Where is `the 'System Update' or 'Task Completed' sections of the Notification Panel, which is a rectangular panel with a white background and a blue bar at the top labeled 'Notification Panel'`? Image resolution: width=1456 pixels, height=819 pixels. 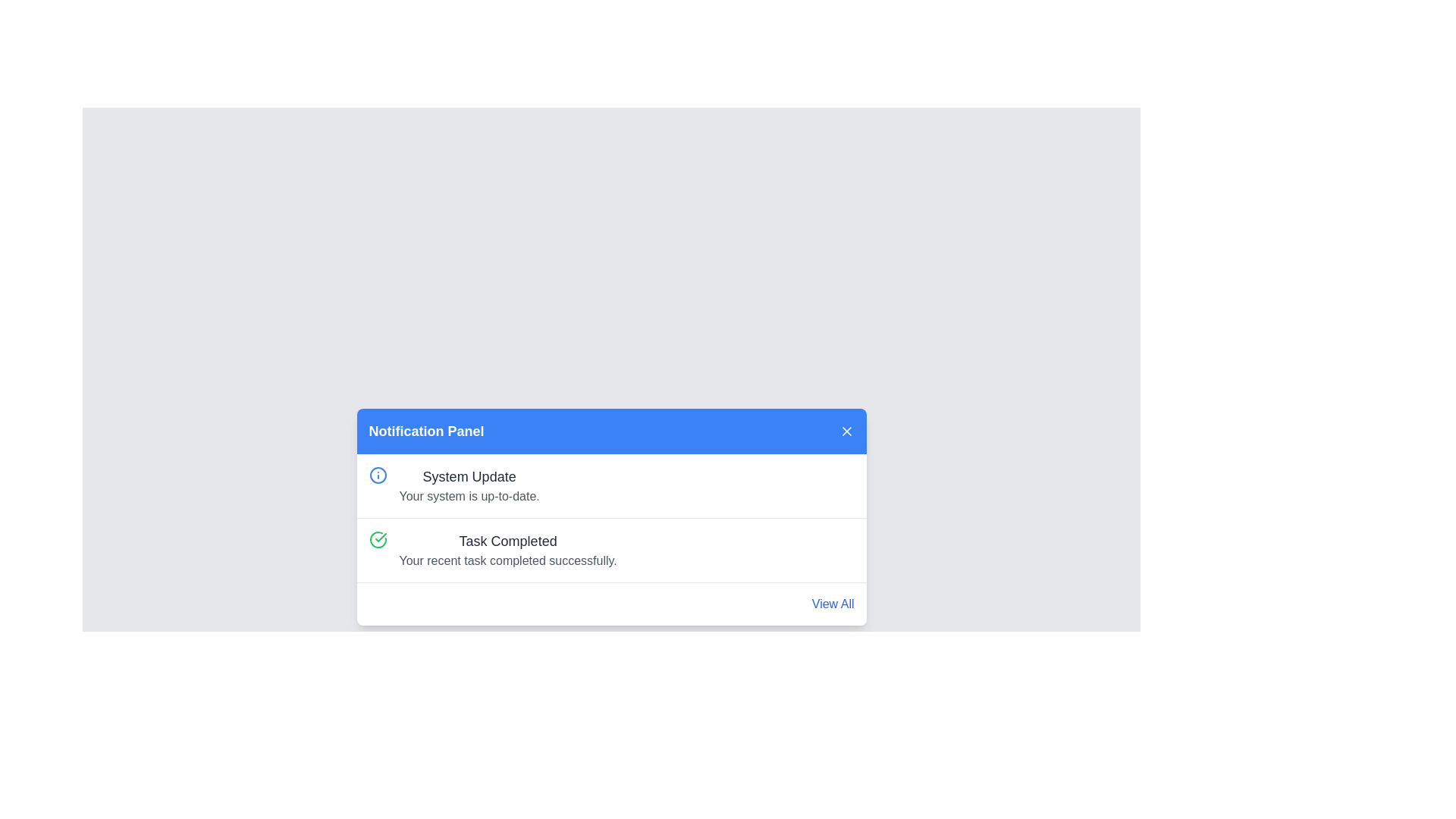 the 'System Update' or 'Task Completed' sections of the Notification Panel, which is a rectangular panel with a white background and a blue bar at the top labeled 'Notification Panel' is located at coordinates (611, 516).